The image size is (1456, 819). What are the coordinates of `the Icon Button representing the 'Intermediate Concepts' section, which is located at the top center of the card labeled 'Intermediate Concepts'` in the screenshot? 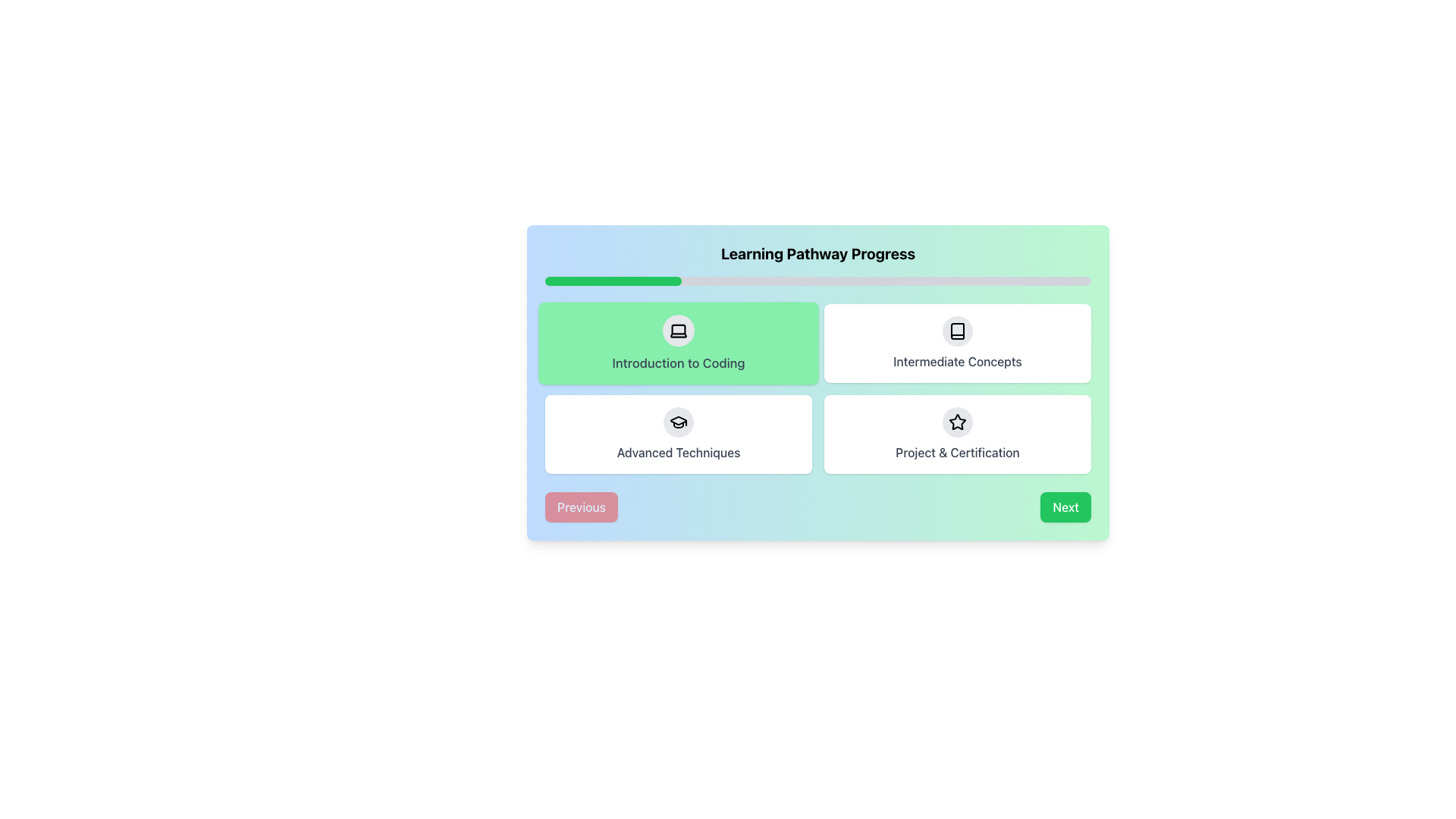 It's located at (956, 330).